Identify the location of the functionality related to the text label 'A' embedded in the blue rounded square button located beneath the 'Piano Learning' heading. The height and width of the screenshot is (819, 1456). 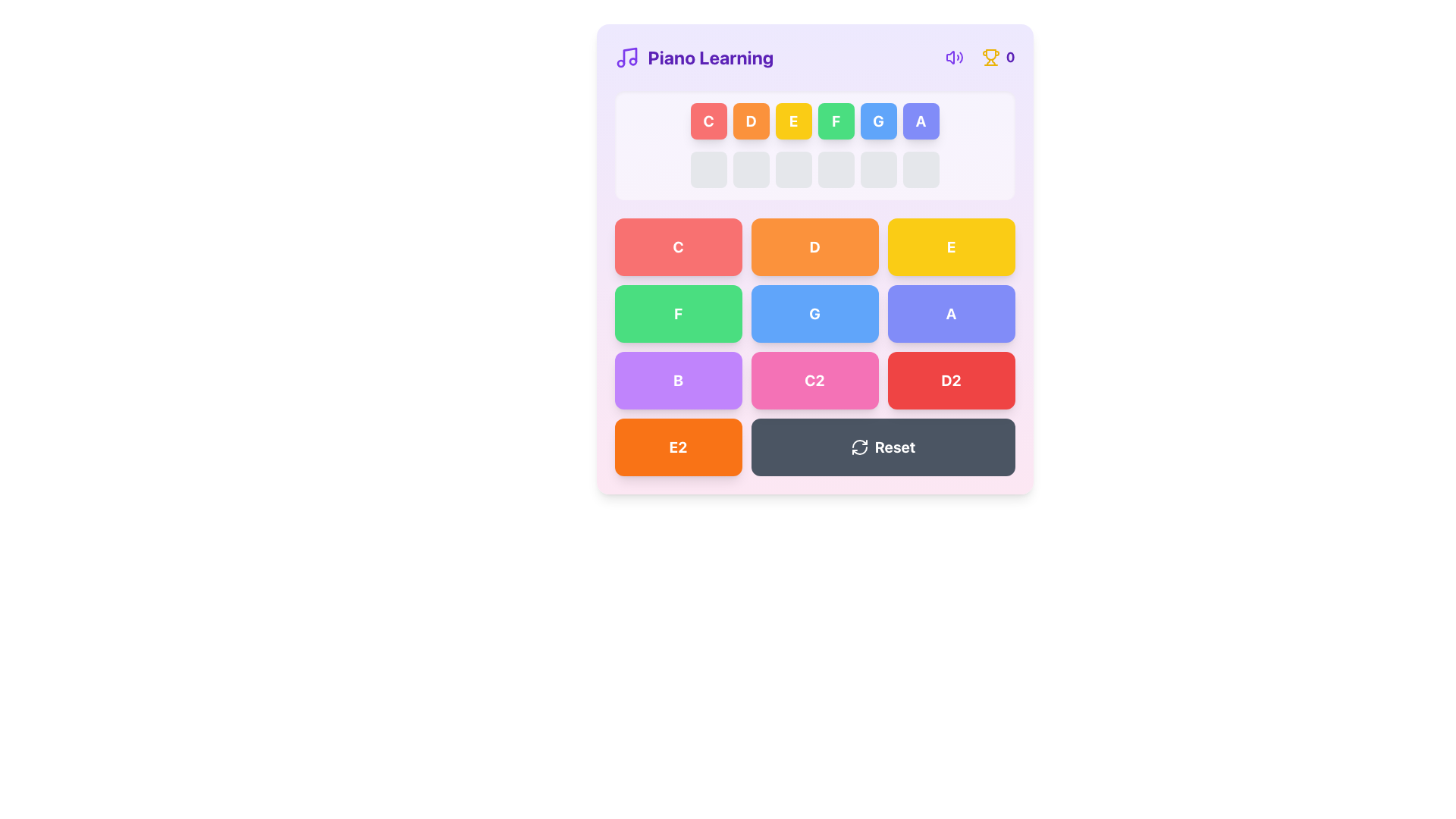
(920, 120).